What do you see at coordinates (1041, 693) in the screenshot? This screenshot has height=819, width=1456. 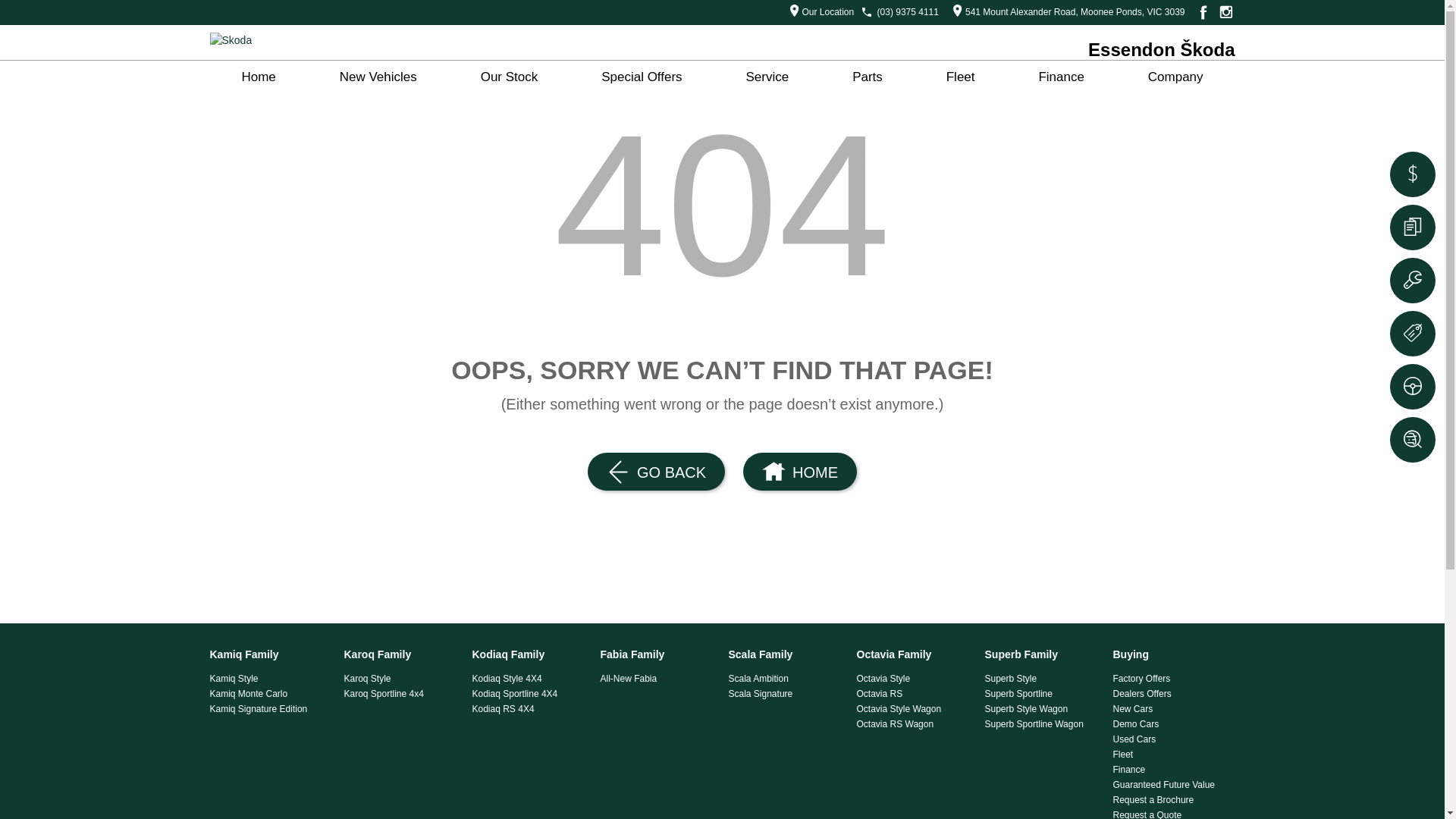 I see `'Superb Sportline'` at bounding box center [1041, 693].